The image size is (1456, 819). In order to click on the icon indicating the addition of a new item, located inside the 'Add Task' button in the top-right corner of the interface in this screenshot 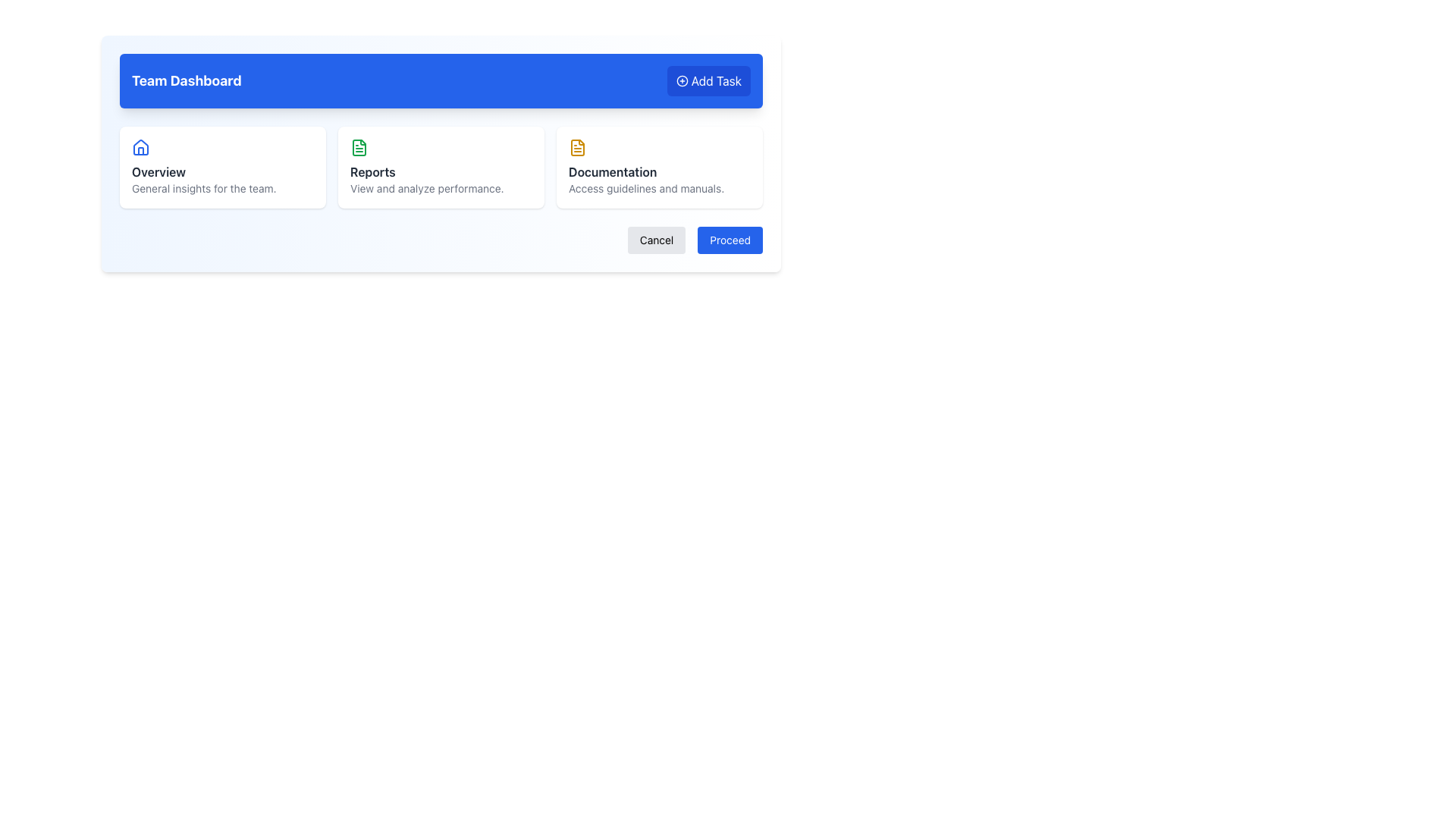, I will do `click(681, 81)`.